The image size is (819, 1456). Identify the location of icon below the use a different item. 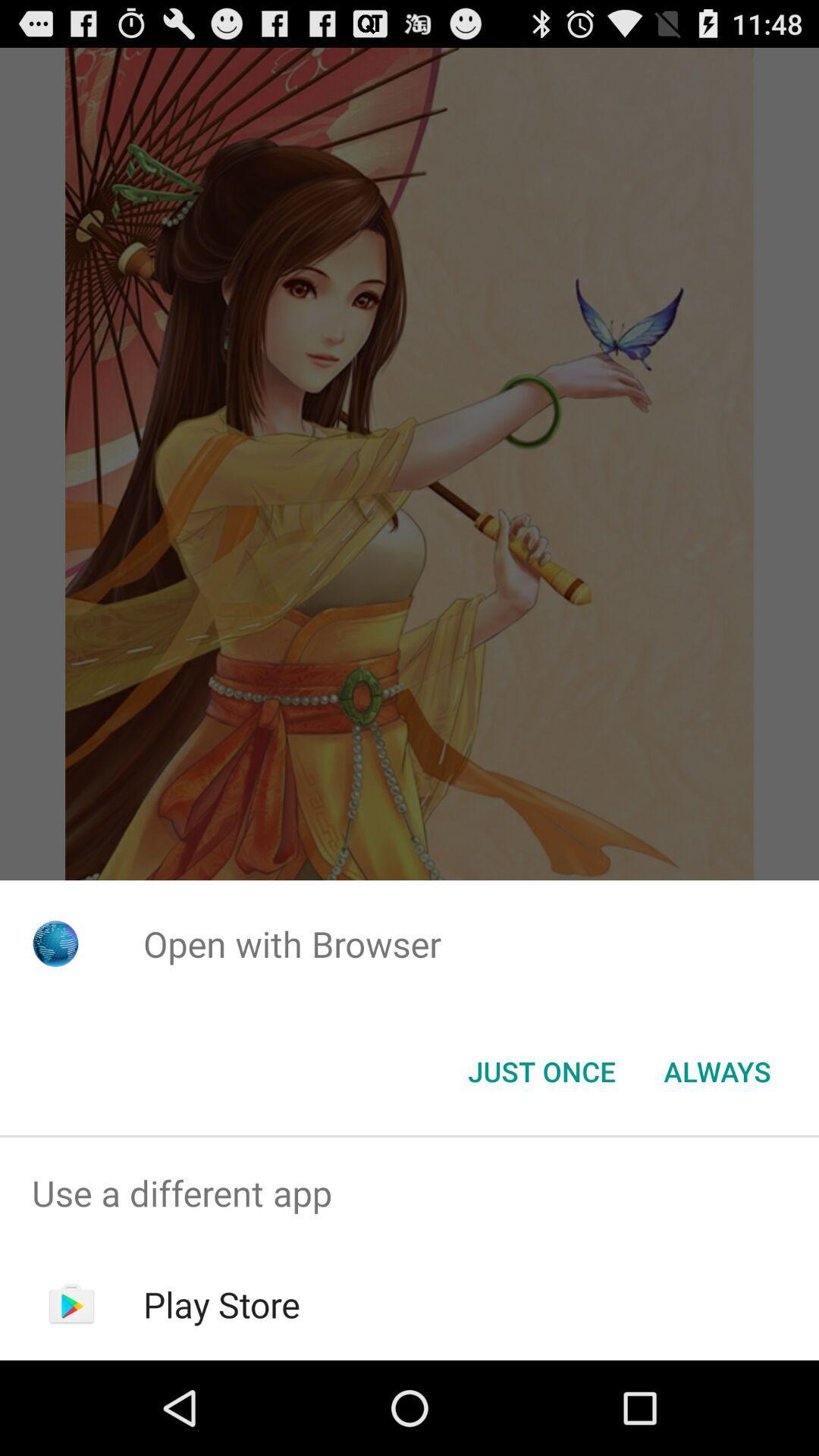
(221, 1304).